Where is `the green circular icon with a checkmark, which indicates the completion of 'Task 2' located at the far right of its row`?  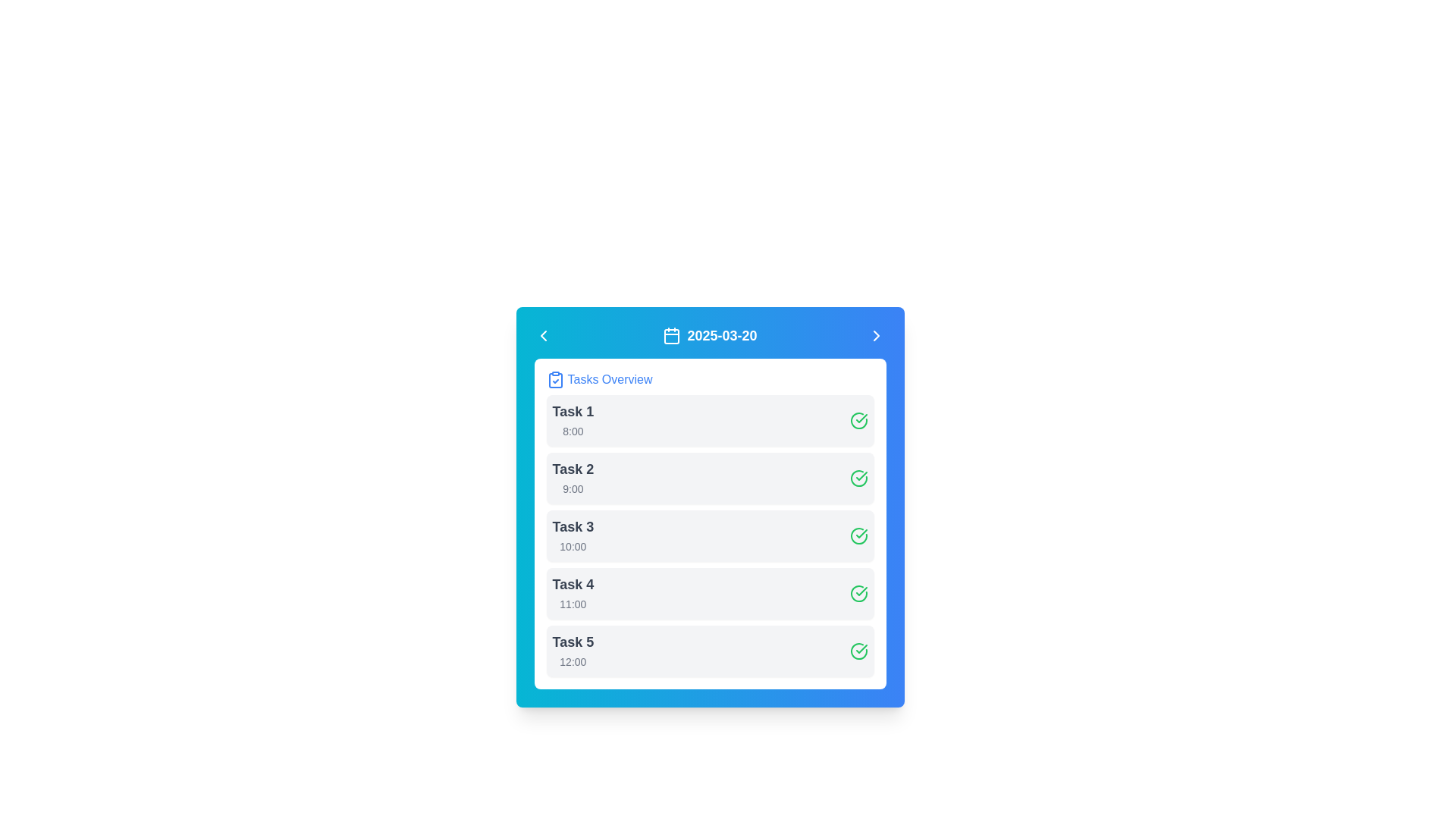 the green circular icon with a checkmark, which indicates the completion of 'Task 2' located at the far right of its row is located at coordinates (858, 479).